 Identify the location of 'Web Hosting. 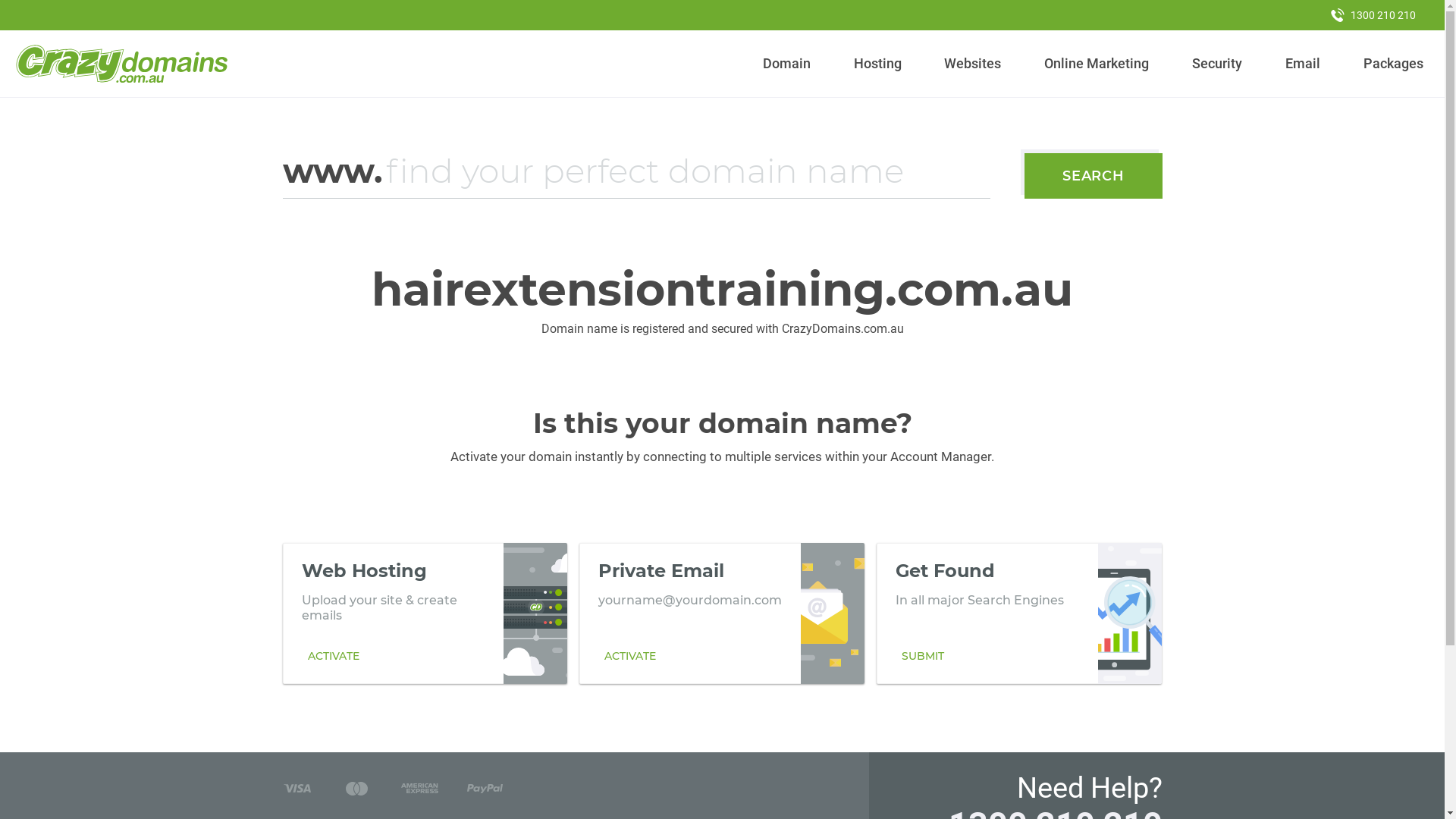
(425, 613).